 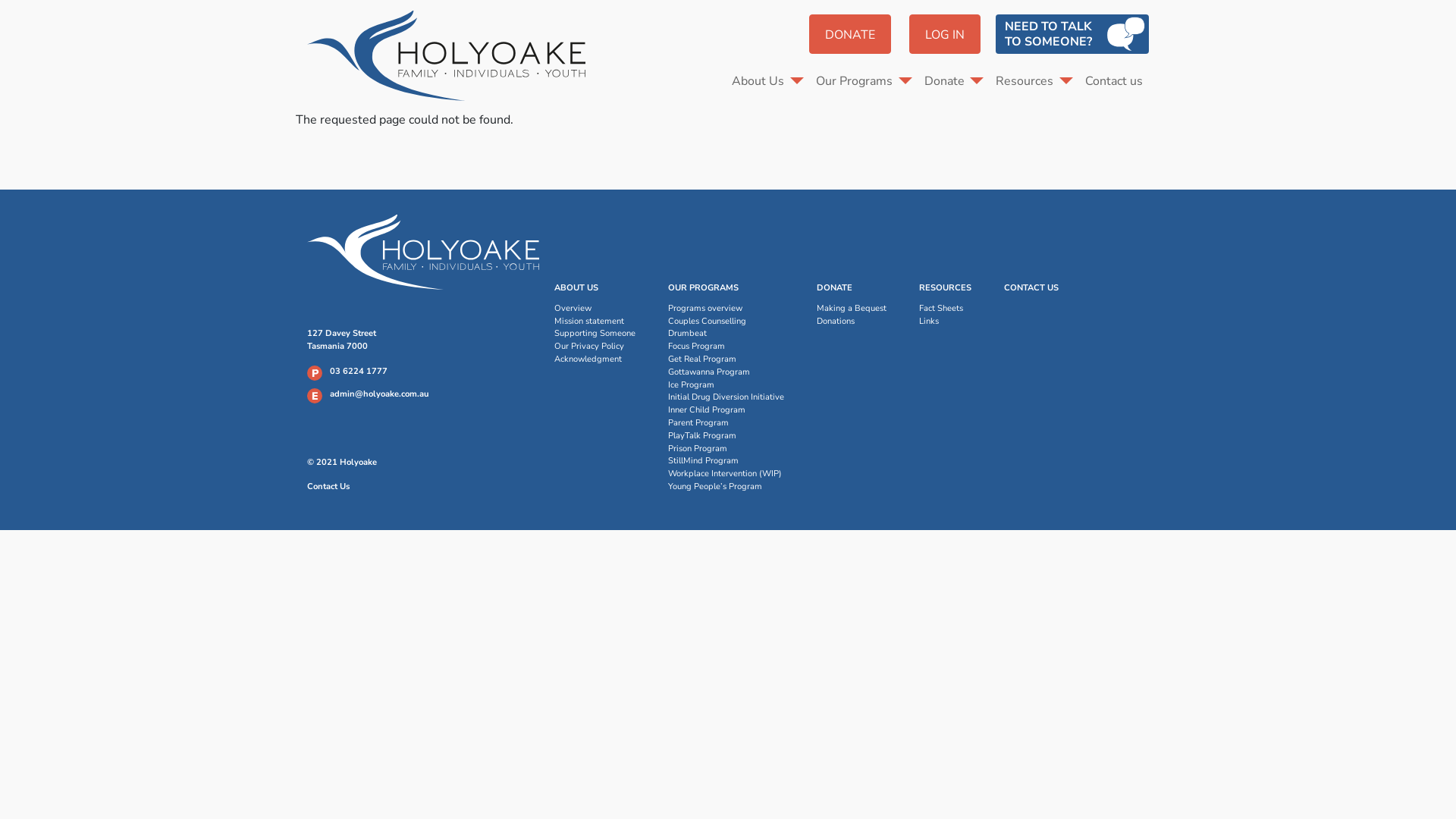 What do you see at coordinates (594, 347) in the screenshot?
I see `'Our Privacy Policy'` at bounding box center [594, 347].